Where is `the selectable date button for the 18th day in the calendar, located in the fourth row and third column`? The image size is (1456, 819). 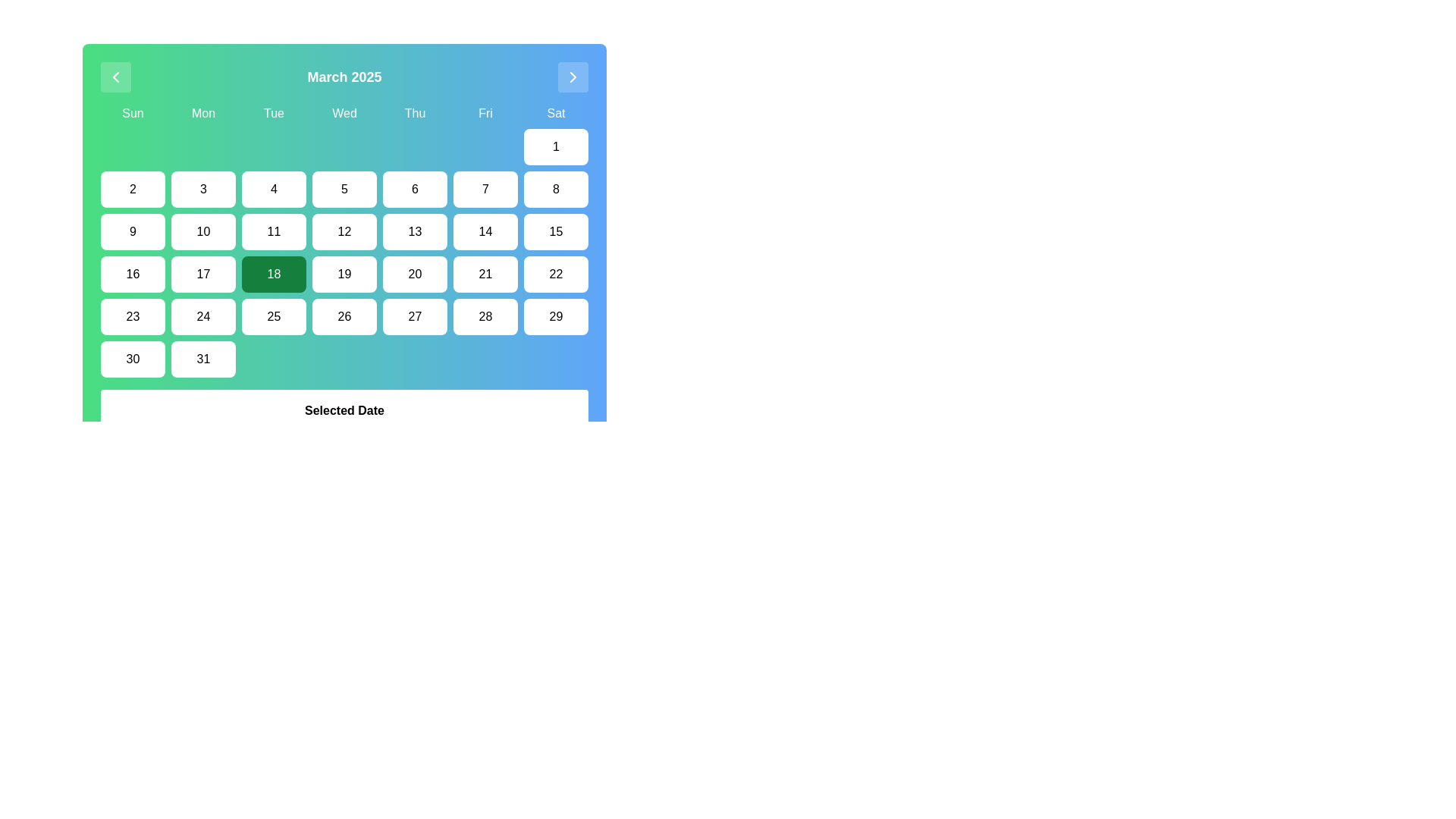 the selectable date button for the 18th day in the calendar, located in the fourth row and third column is located at coordinates (274, 275).